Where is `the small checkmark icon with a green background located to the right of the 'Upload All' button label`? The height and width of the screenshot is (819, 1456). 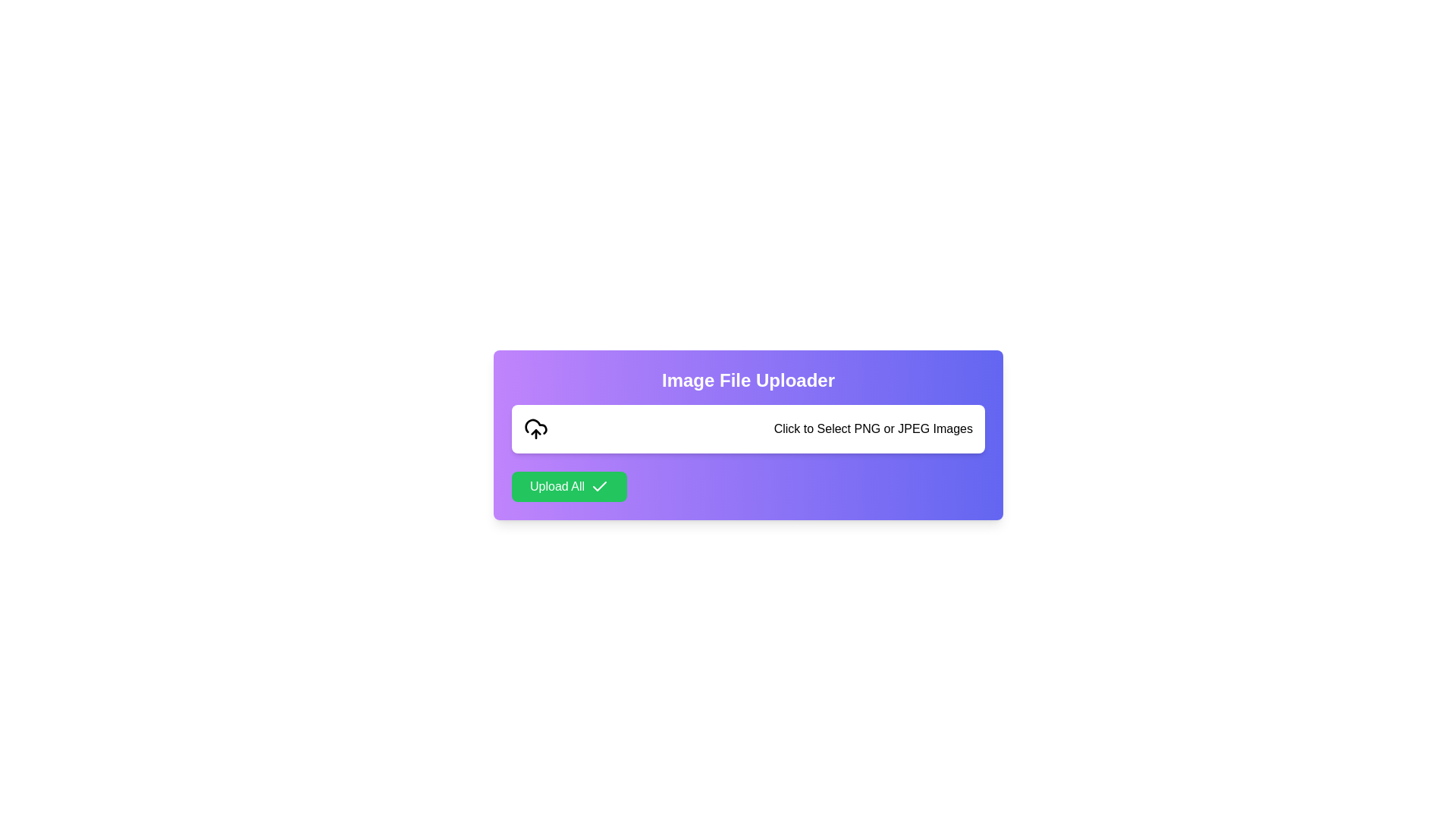
the small checkmark icon with a green background located to the right of the 'Upload All' button label is located at coordinates (599, 486).